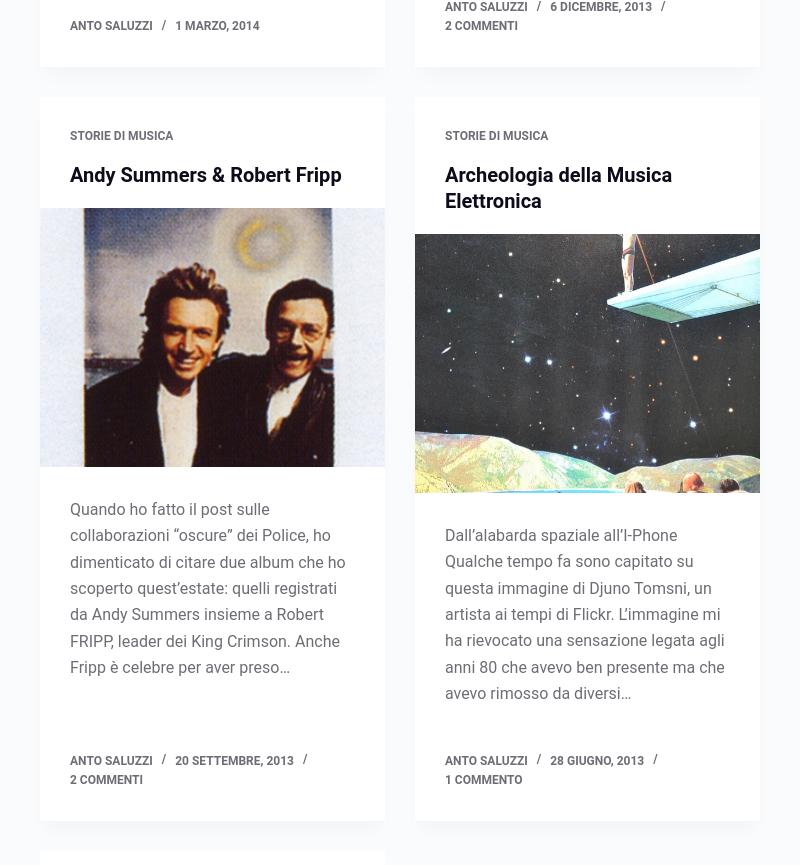 The width and height of the screenshot is (800, 865). I want to click on 'Anto Saluzzi', so click(109, 135).